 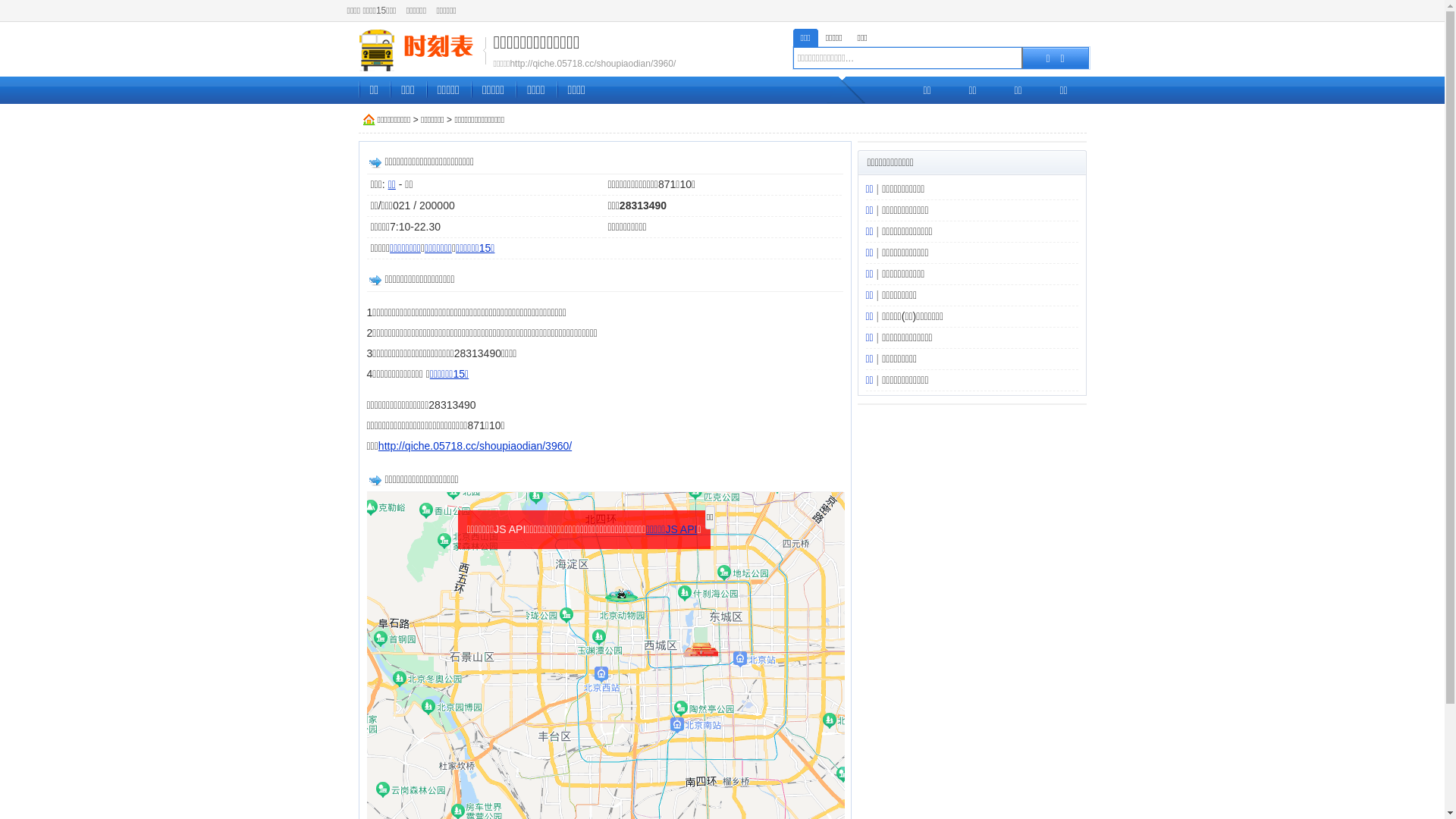 What do you see at coordinates (474, 444) in the screenshot?
I see `'http://qiche.05718.cc/shoupiaodian/3960/'` at bounding box center [474, 444].